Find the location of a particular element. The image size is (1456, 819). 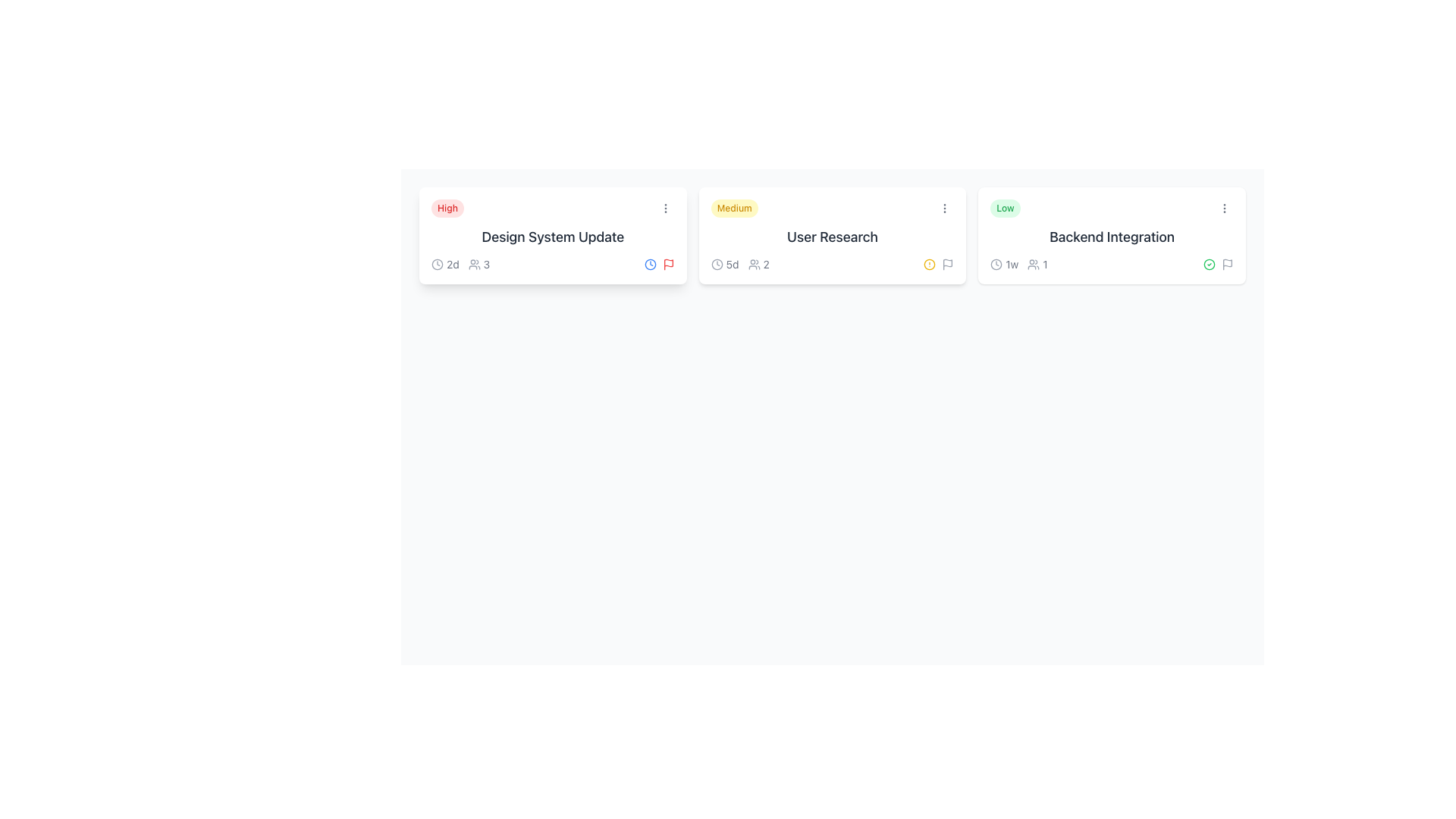

clock icon element, which is styled in gray with a circular outline and clock hands, located before the text '1w' in the 'Backend Integration' section is located at coordinates (996, 263).